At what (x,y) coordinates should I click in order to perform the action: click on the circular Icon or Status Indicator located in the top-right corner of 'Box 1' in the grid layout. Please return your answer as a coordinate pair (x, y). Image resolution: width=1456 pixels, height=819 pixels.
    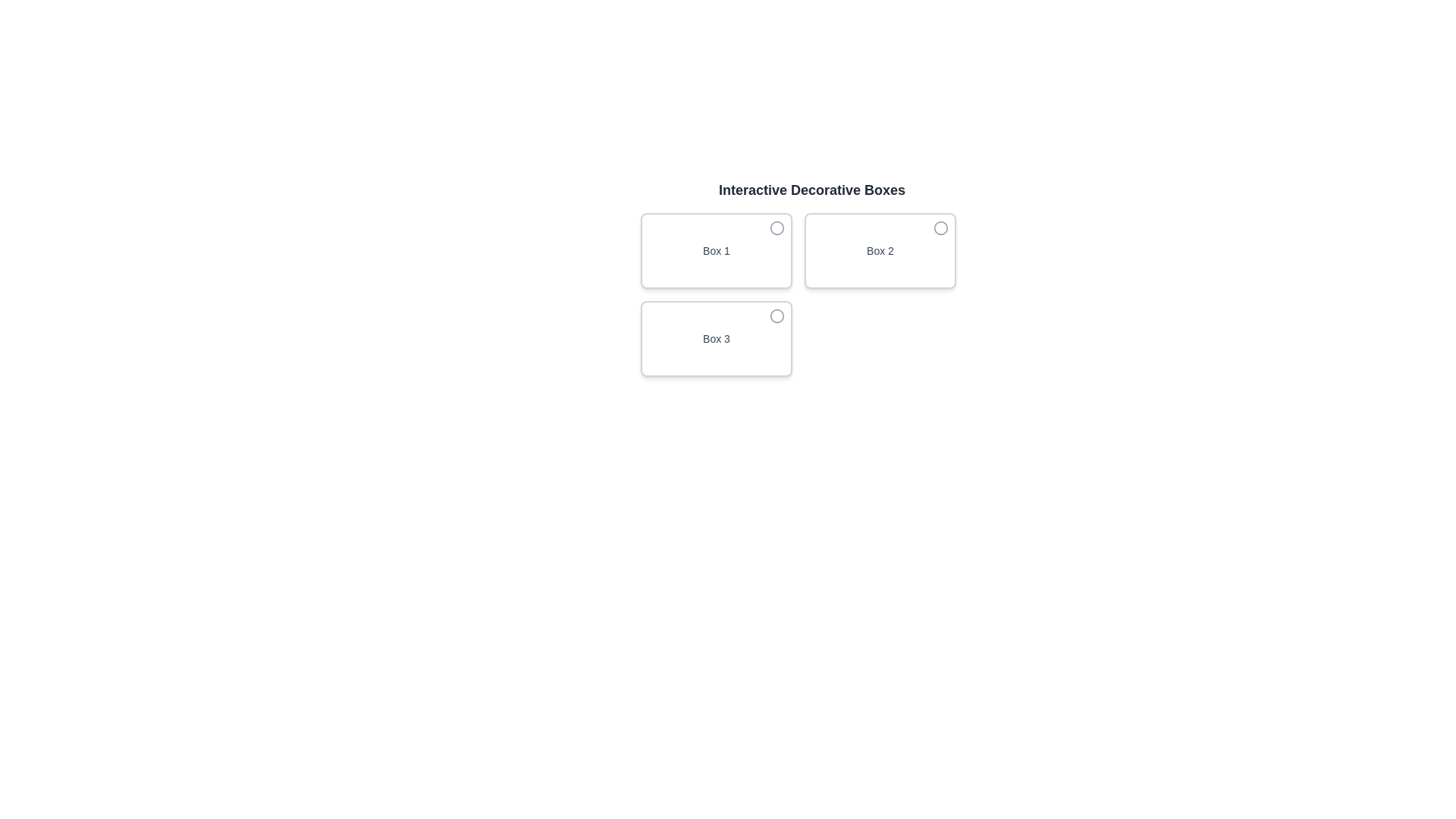
    Looking at the image, I should click on (777, 227).